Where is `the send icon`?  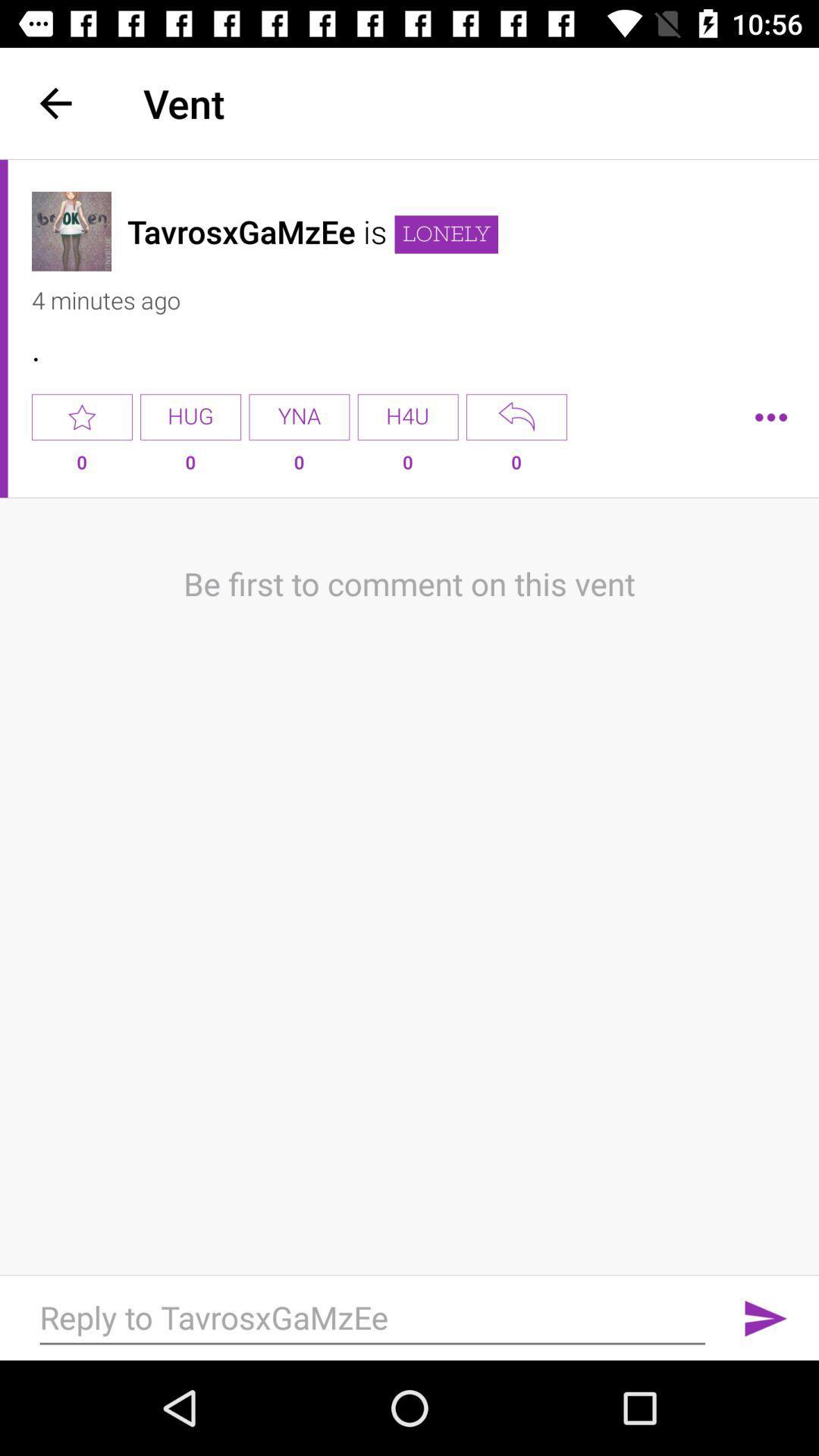 the send icon is located at coordinates (766, 1317).